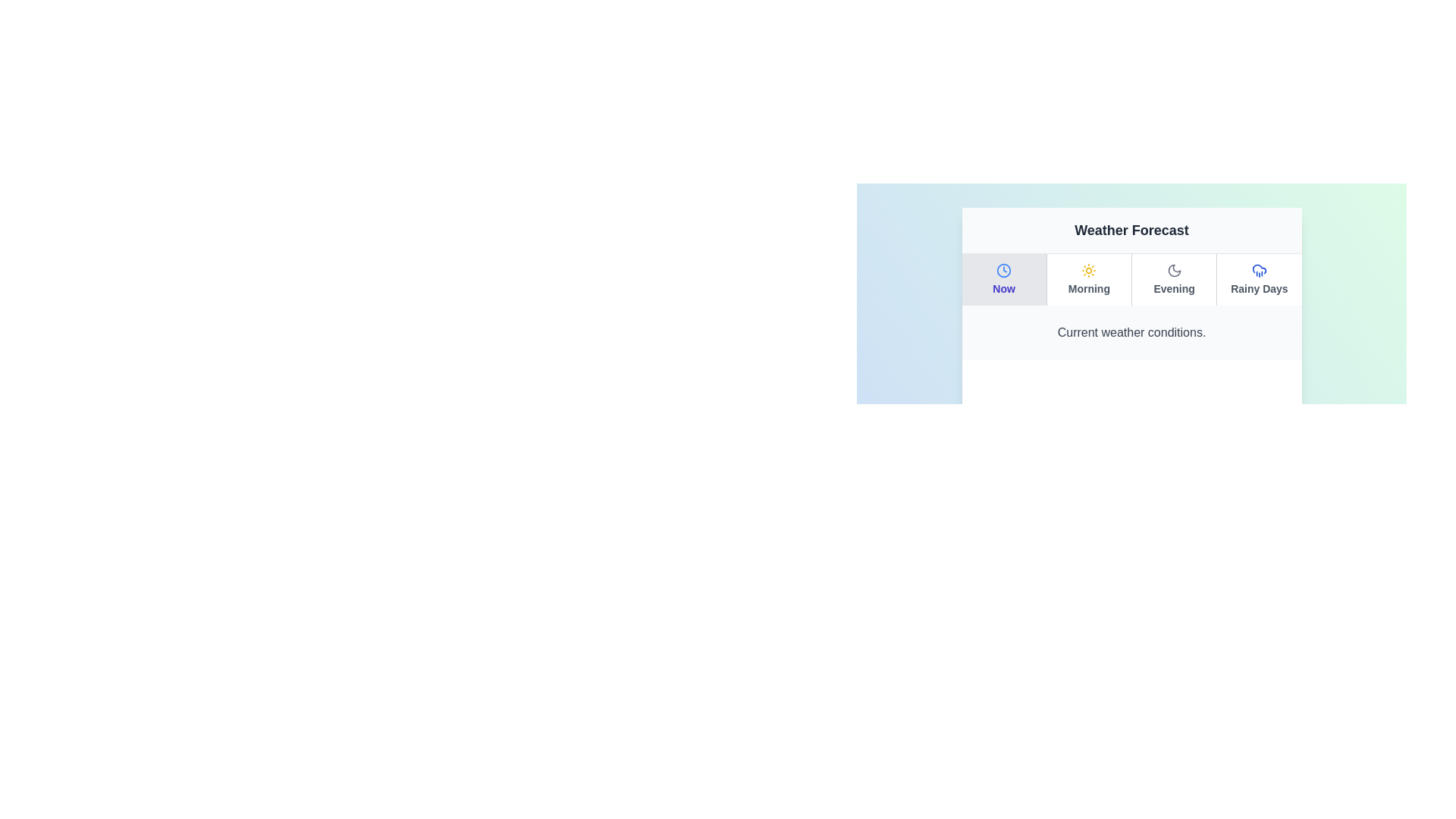 The width and height of the screenshot is (1456, 819). I want to click on the static text block that indicates the present weather conditions, located beneath the tabs labeled 'Now,' 'Morning,' 'Evening,' and 'Rainy Days.', so click(1131, 332).